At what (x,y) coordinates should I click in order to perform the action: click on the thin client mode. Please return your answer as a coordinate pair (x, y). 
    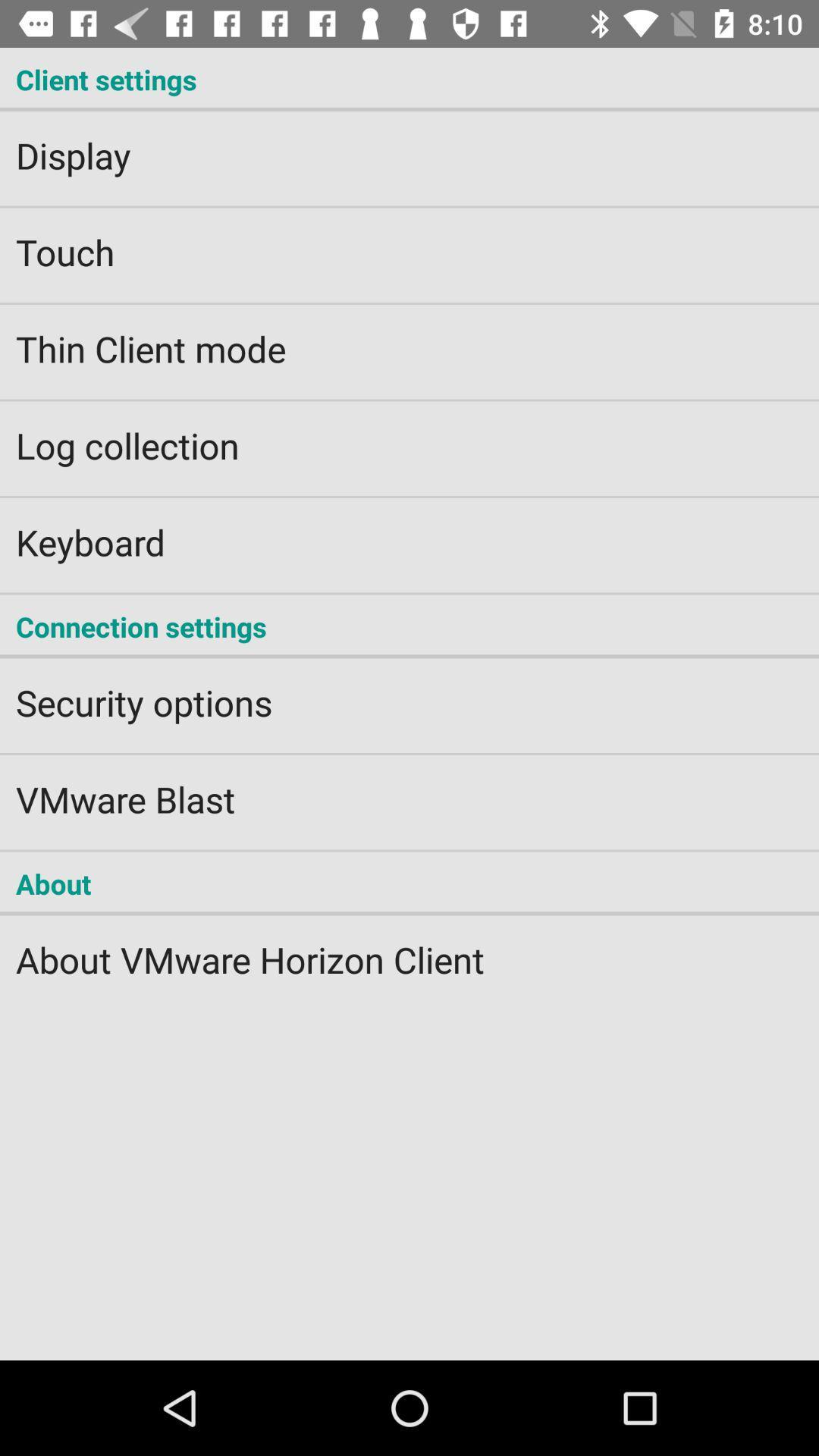
    Looking at the image, I should click on (409, 337).